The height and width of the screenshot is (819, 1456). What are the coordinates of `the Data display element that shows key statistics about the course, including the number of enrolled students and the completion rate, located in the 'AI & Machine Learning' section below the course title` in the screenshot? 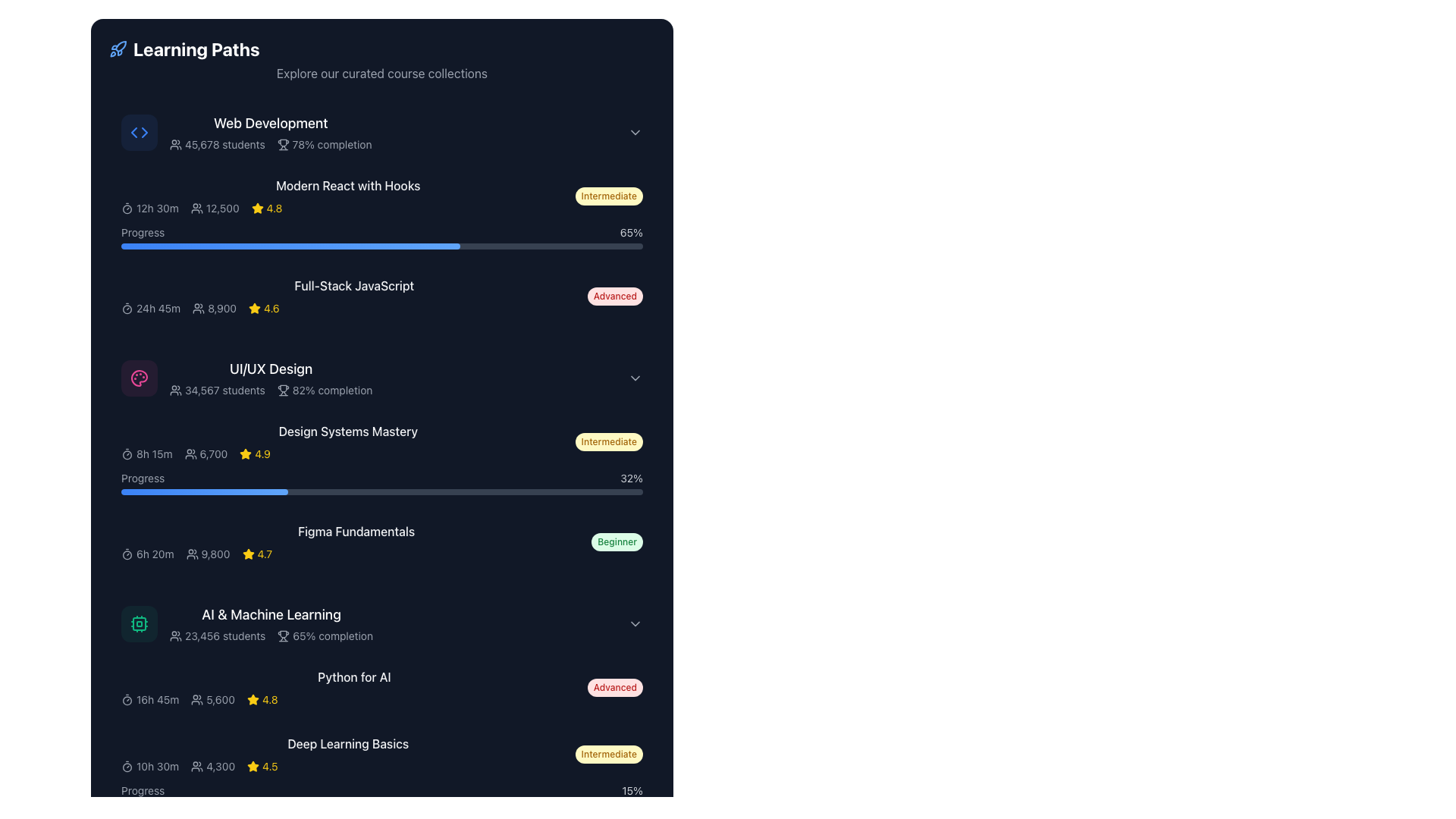 It's located at (271, 636).